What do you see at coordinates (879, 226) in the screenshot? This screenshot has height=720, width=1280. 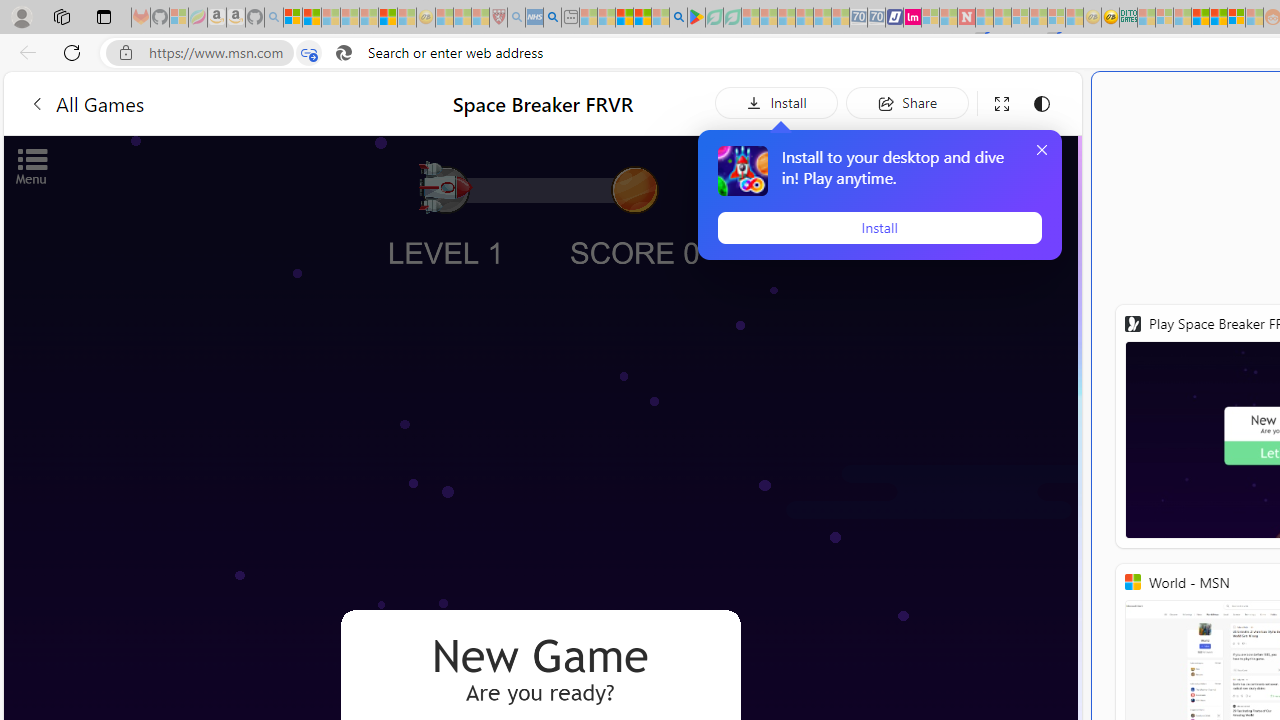 I see `'Install'` at bounding box center [879, 226].